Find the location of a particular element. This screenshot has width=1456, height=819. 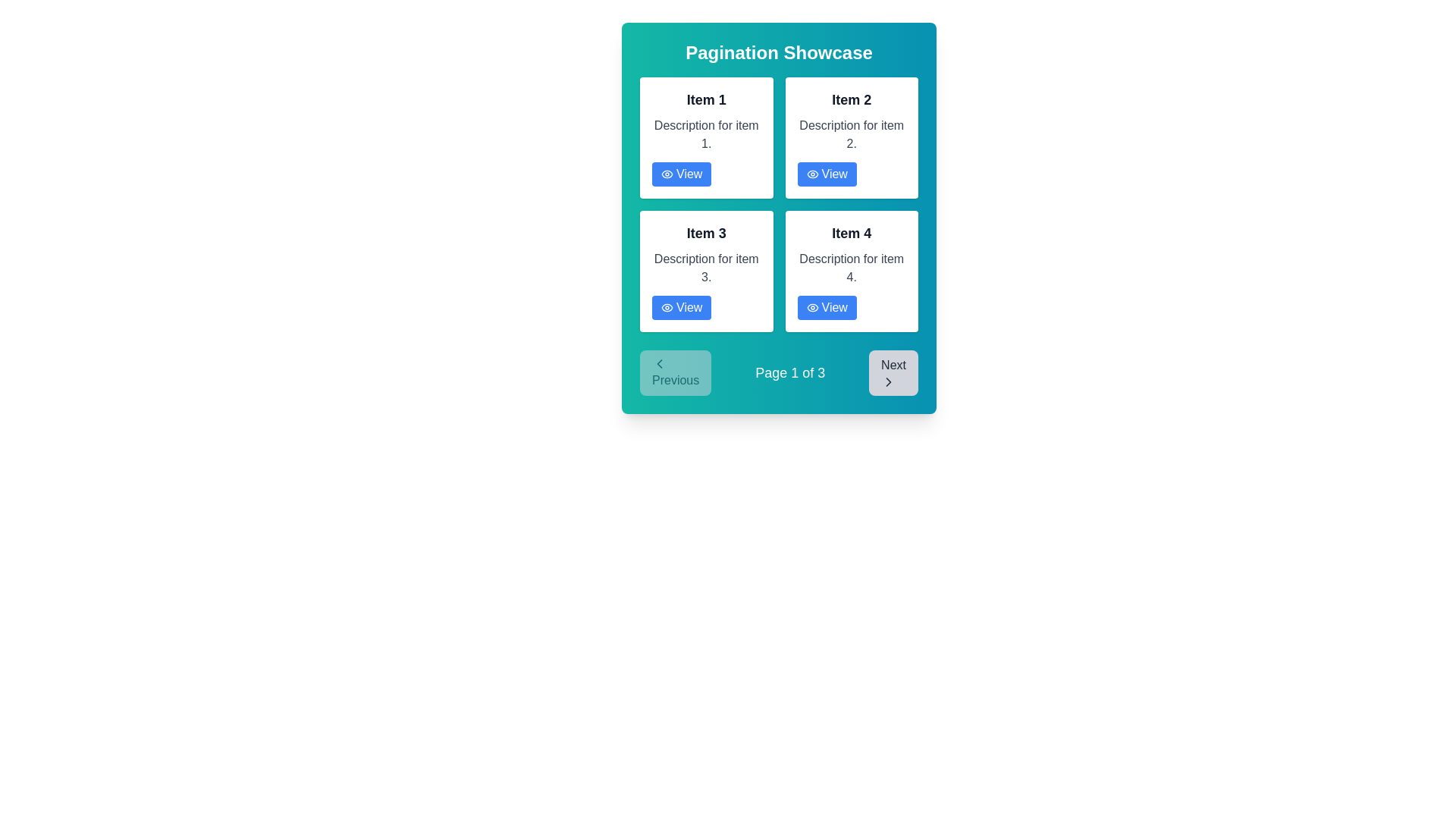

the text component containing the string 'Description for item 4.' located below the title 'Item 4' in the Pagination Showcase is located at coordinates (852, 268).